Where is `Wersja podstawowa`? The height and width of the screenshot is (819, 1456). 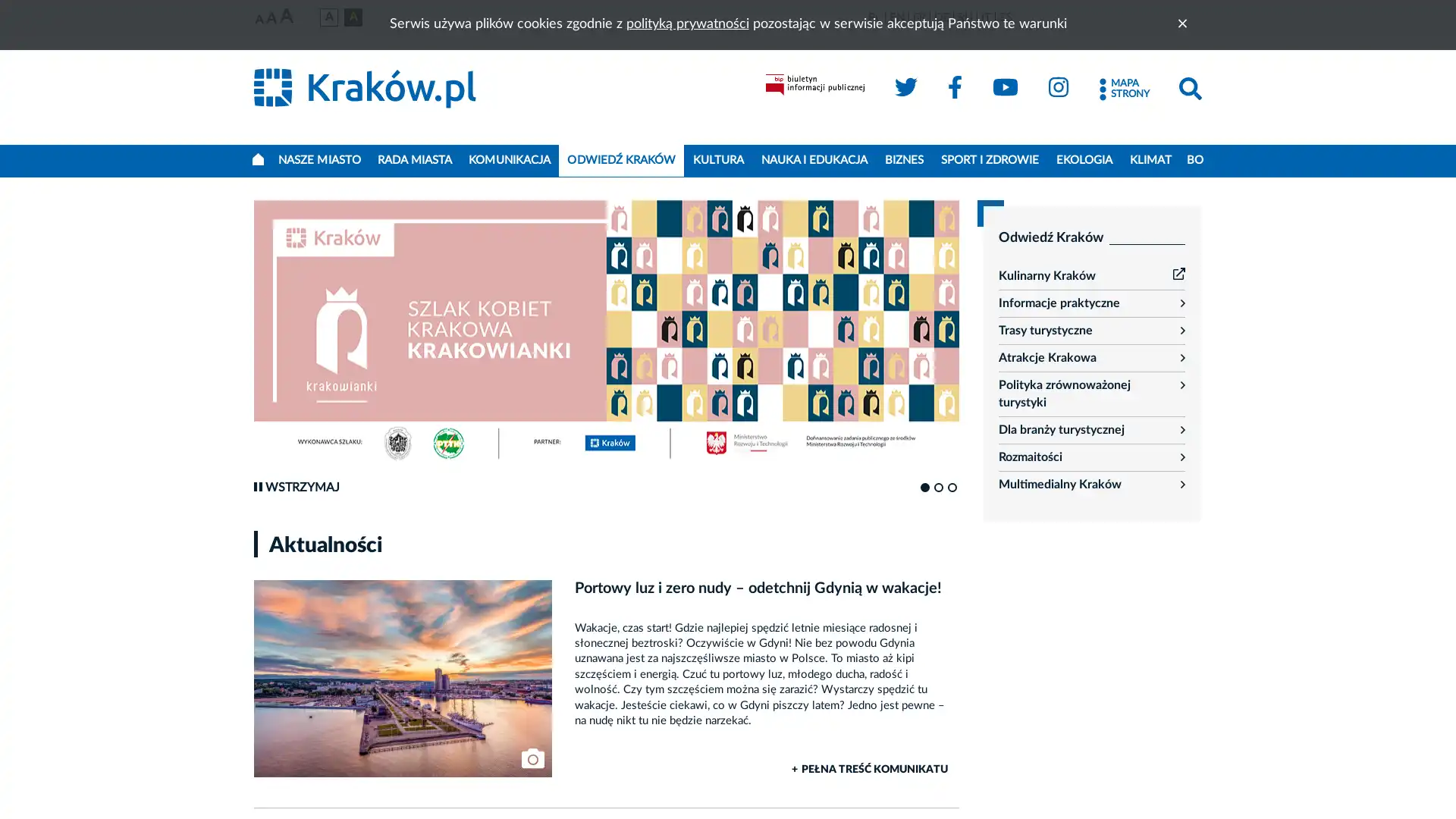
Wersja podstawowa is located at coordinates (328, 17).